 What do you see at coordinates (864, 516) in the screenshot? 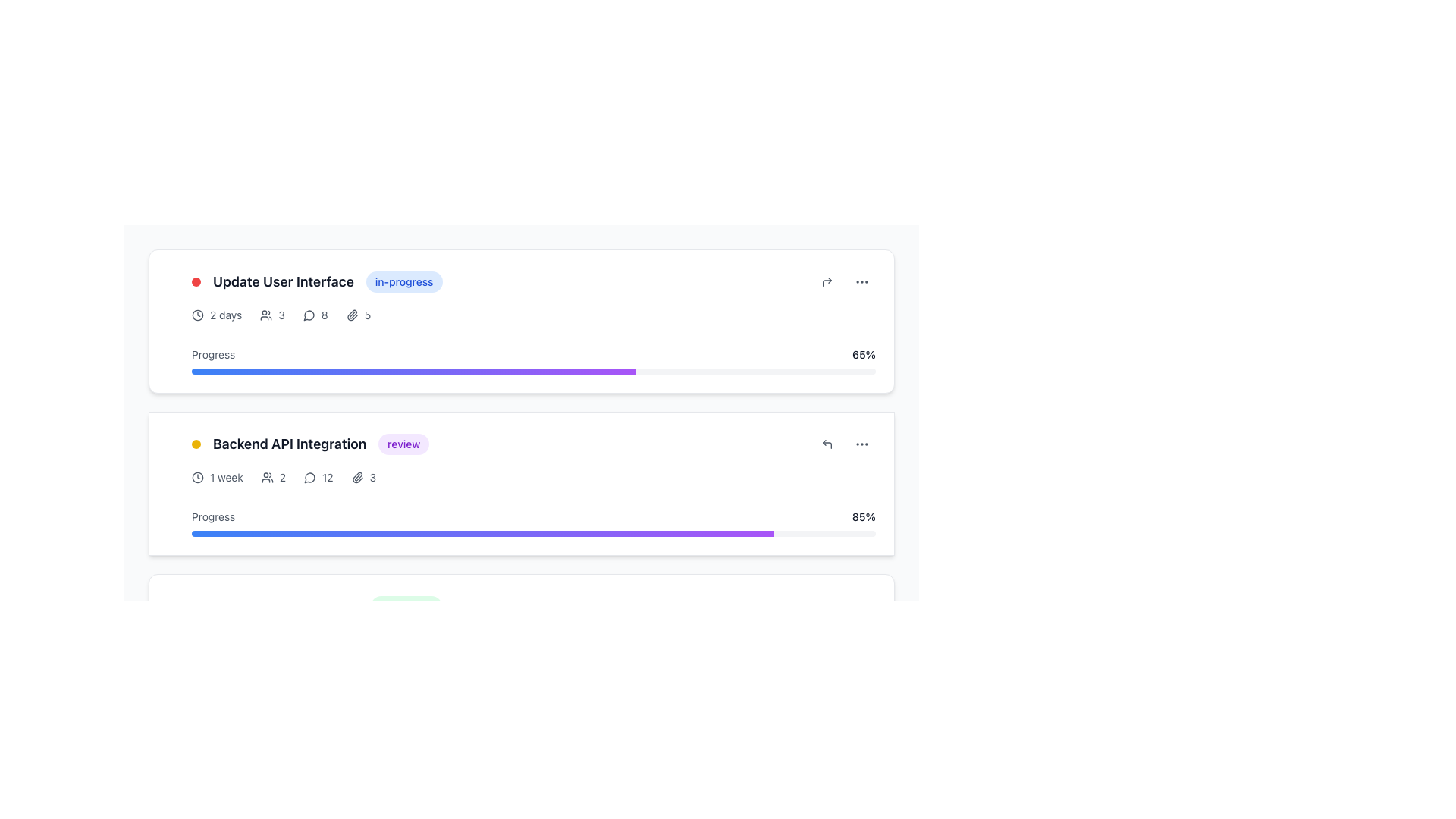
I see `the text displaying '85%' in bold black font, located to the far-right side of the progress bar under the 'Backend API Integration' section` at bounding box center [864, 516].